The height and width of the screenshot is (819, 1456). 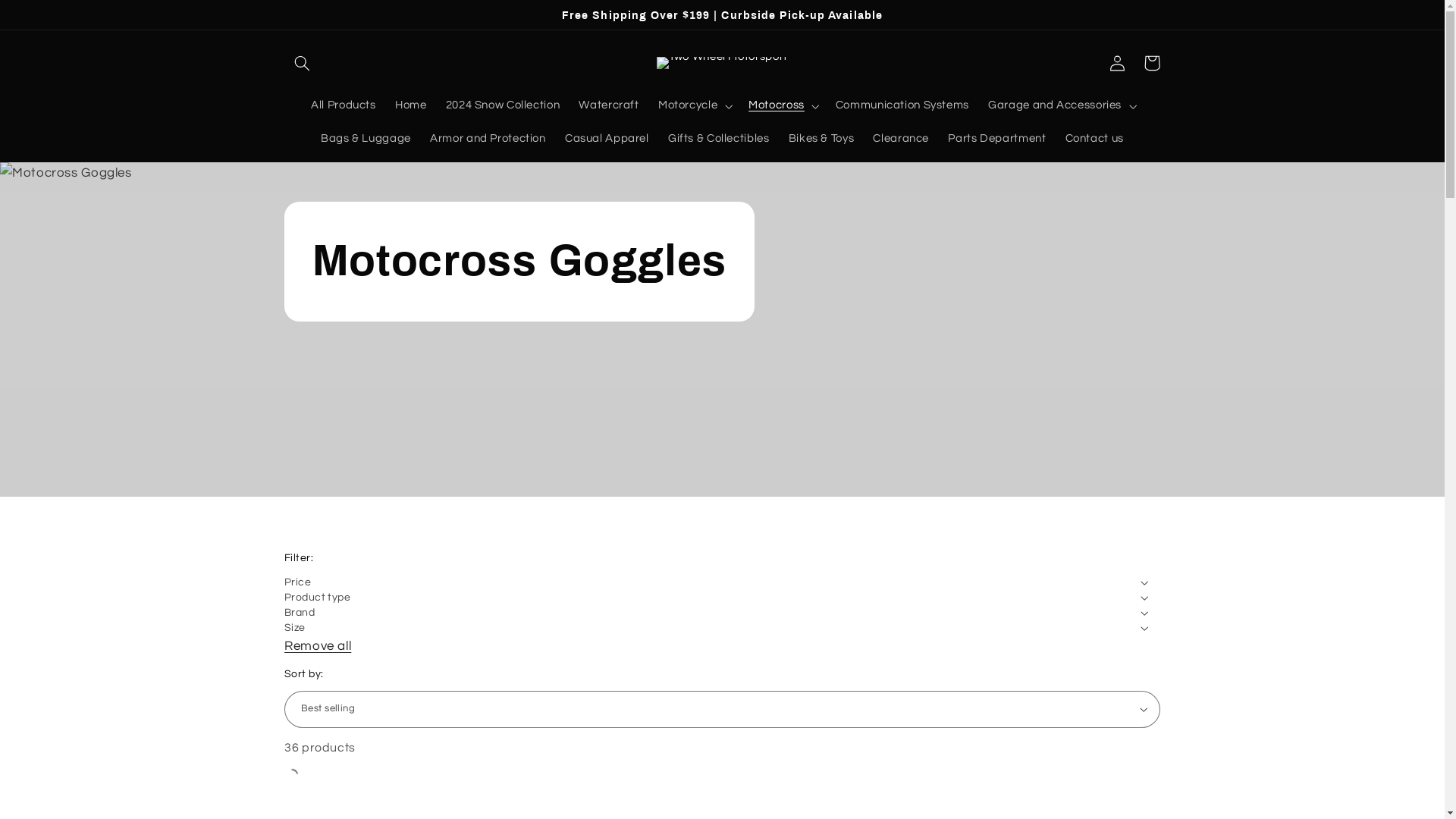 I want to click on 'Contact us', so click(x=1094, y=140).